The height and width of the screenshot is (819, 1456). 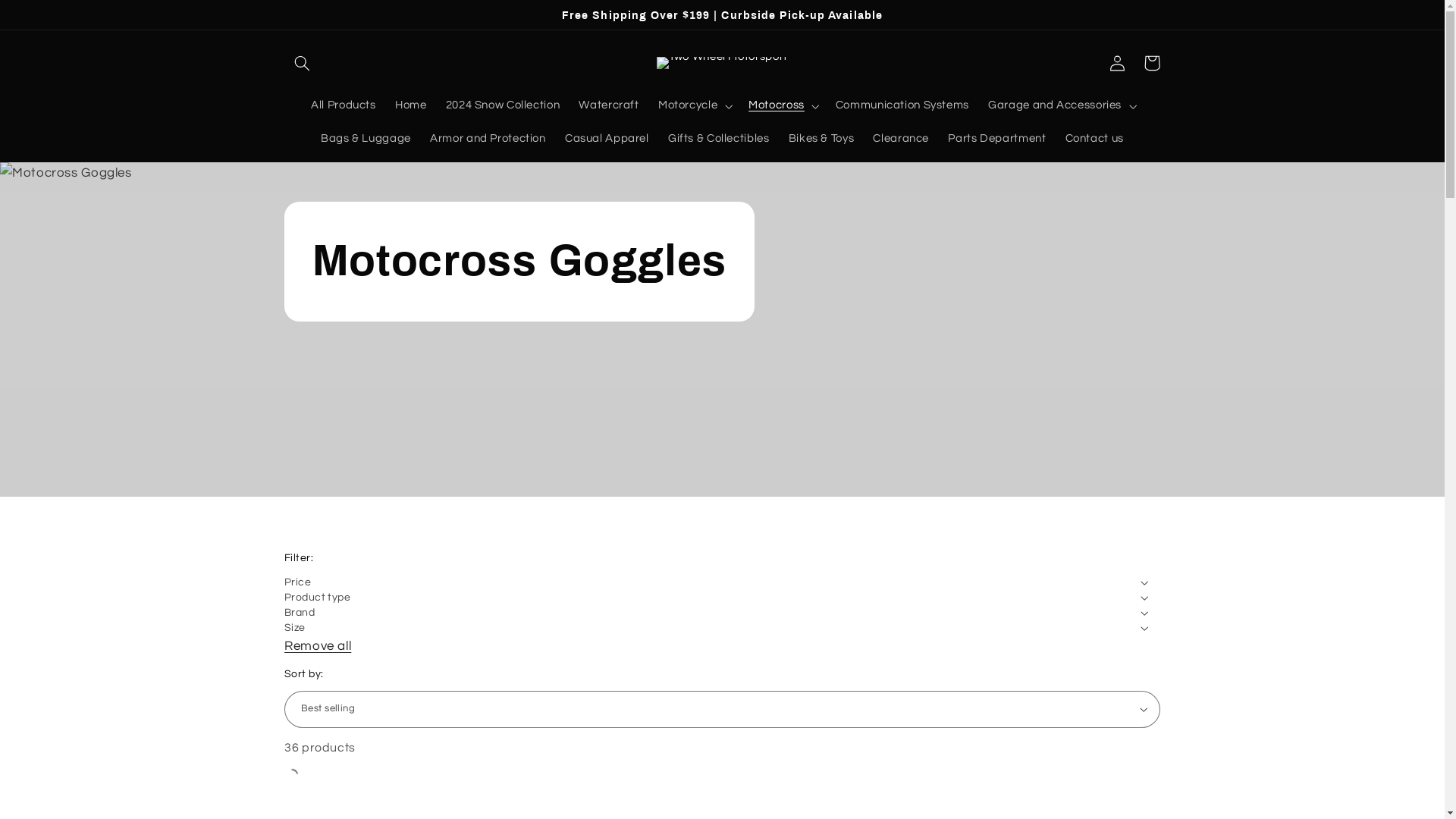 I want to click on 'Contact us', so click(x=1094, y=140).